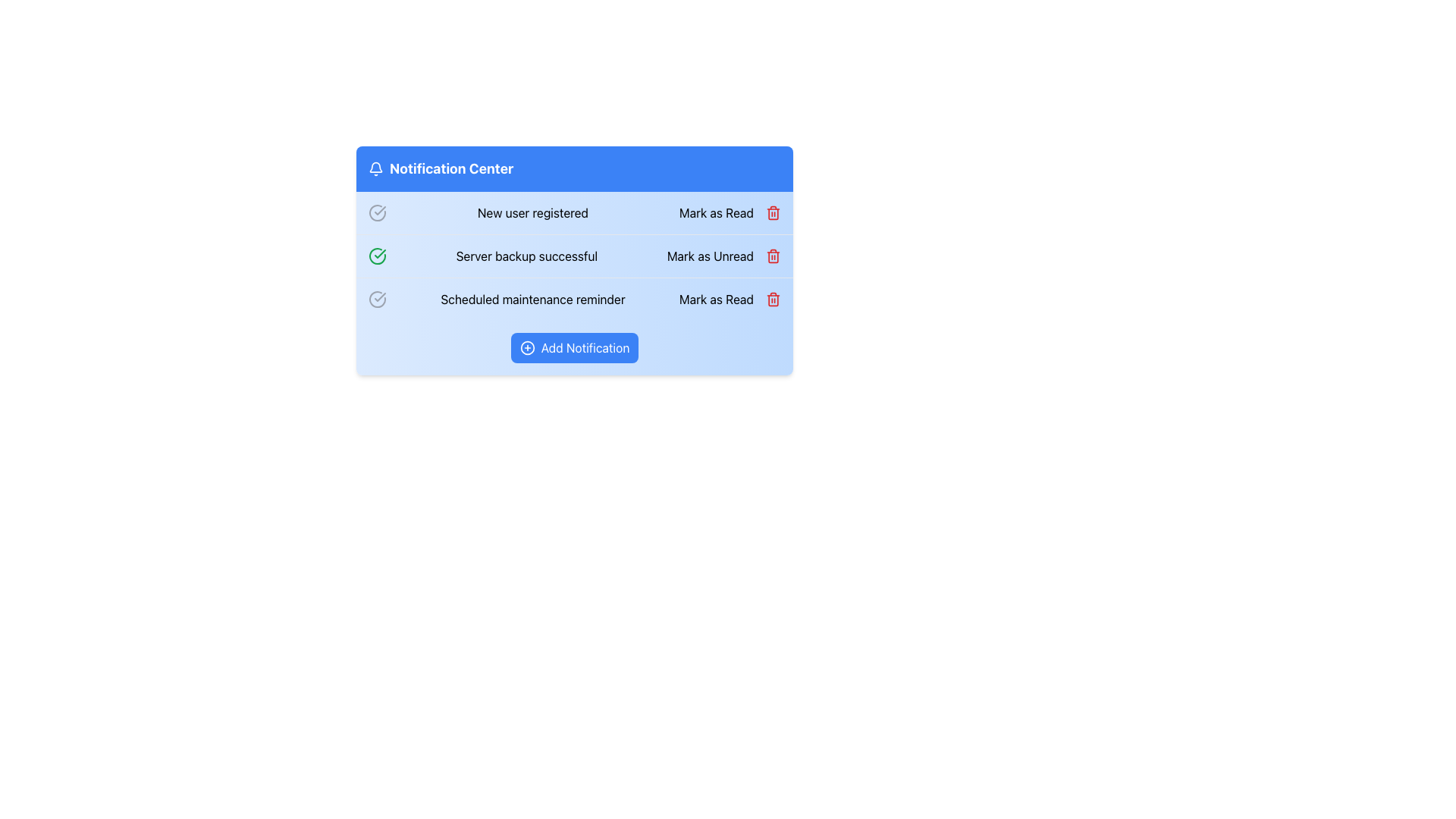 This screenshot has height=819, width=1456. What do you see at coordinates (532, 299) in the screenshot?
I see `text from the label saying 'Scheduled maintenance reminder', which is located in the third notification row of the Notification Center, styled in black text on a light blue background` at bounding box center [532, 299].